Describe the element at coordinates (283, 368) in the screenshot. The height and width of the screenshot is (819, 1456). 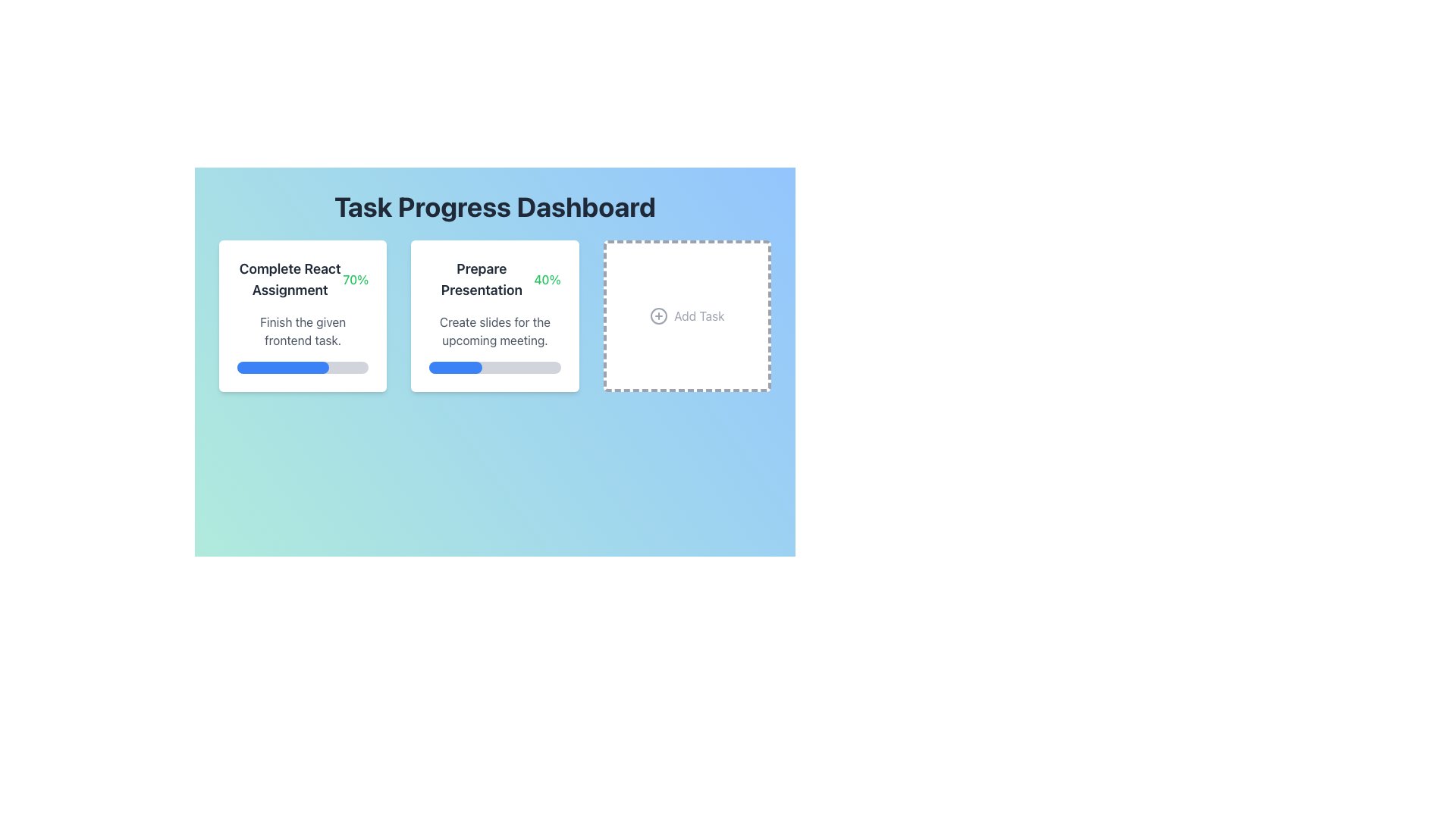
I see `the progress value of the Progress Bar indicating 70% completion within the 'Complete React Assignment' card` at that location.